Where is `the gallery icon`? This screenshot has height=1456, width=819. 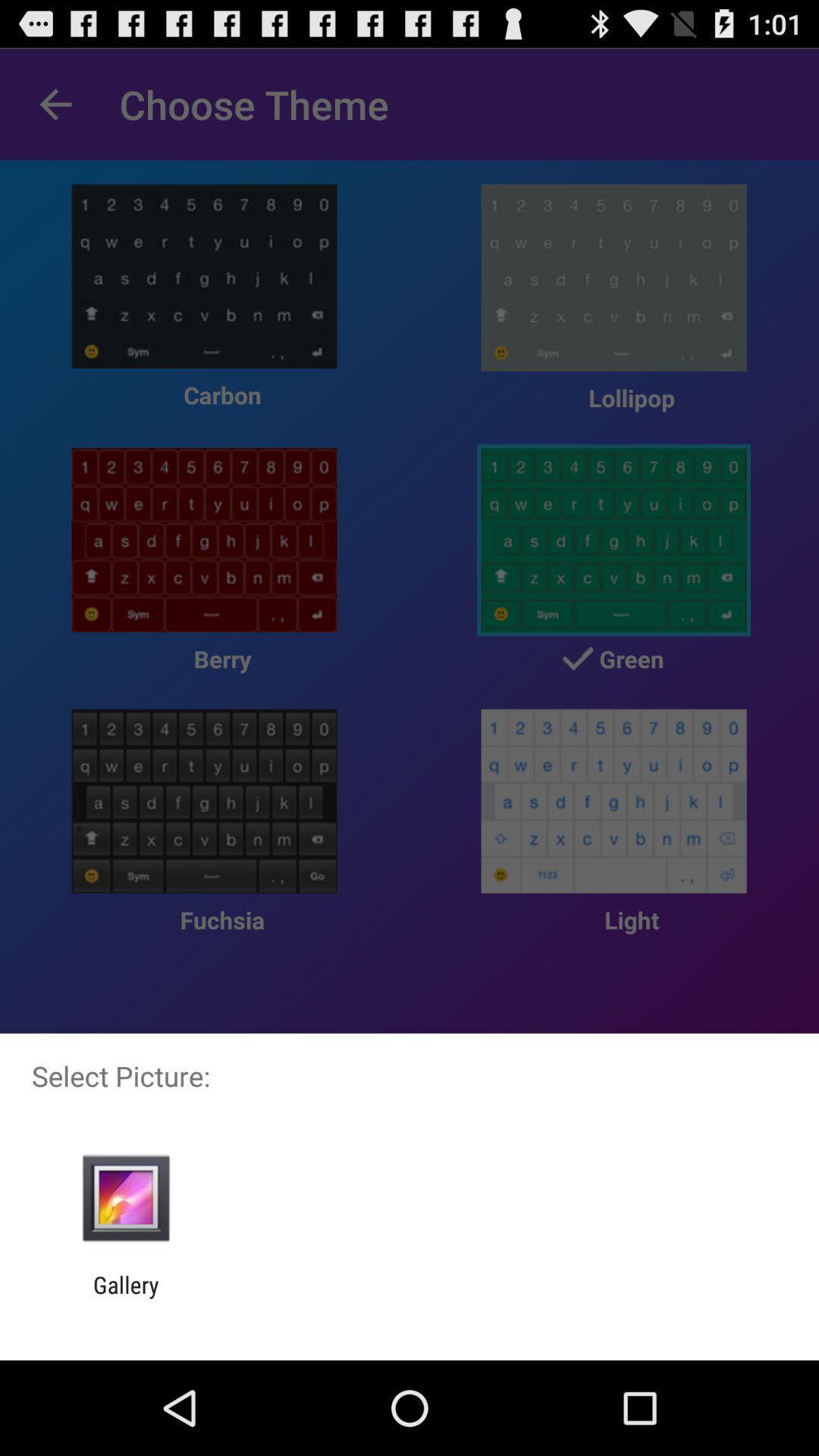
the gallery icon is located at coordinates (125, 1298).